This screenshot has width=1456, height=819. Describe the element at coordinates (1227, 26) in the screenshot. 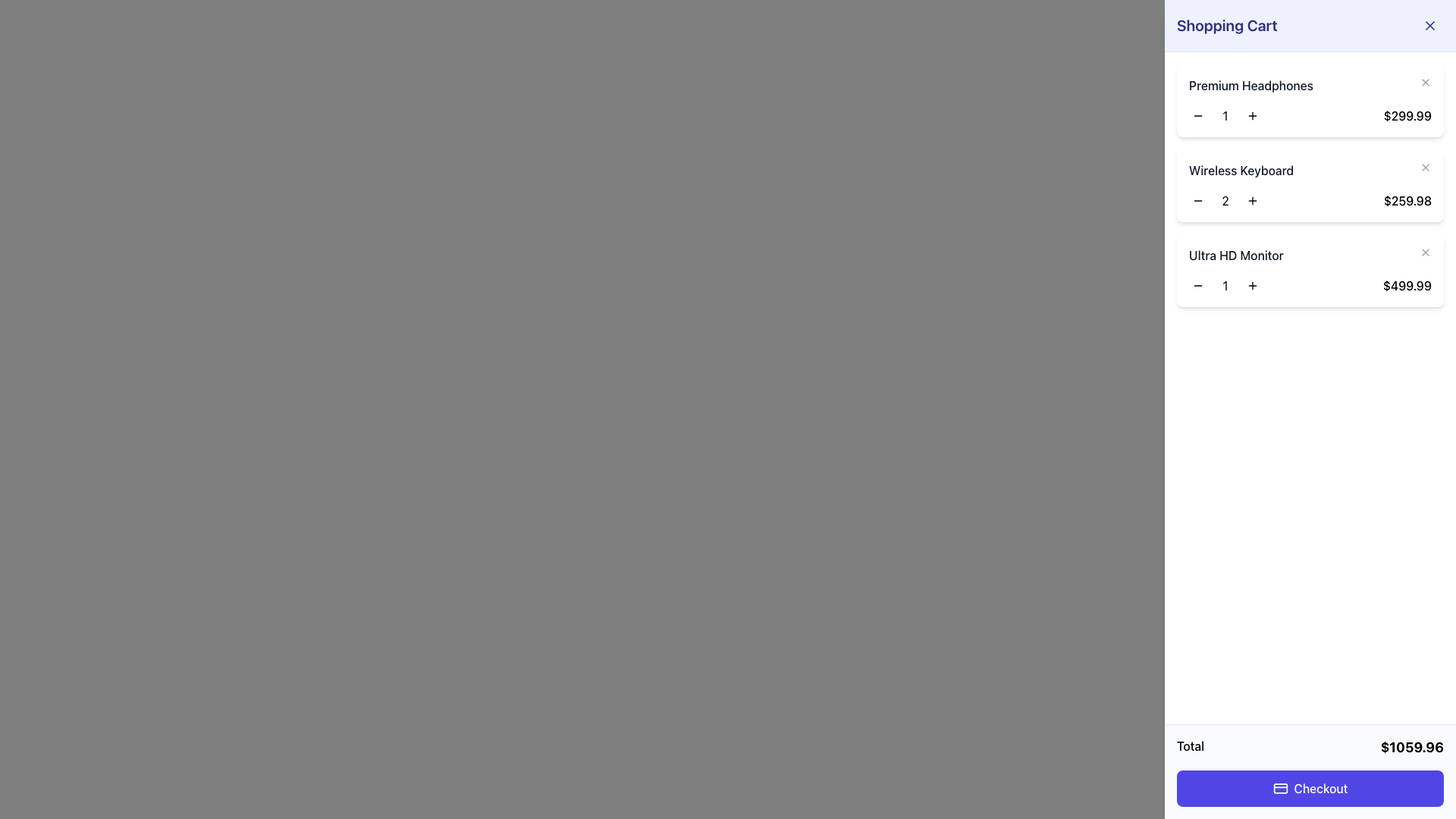

I see `the 'Shopping Cart' text header element, which is a prominent and bold text element located at the top-left corner of the shopping cart side panel` at that location.